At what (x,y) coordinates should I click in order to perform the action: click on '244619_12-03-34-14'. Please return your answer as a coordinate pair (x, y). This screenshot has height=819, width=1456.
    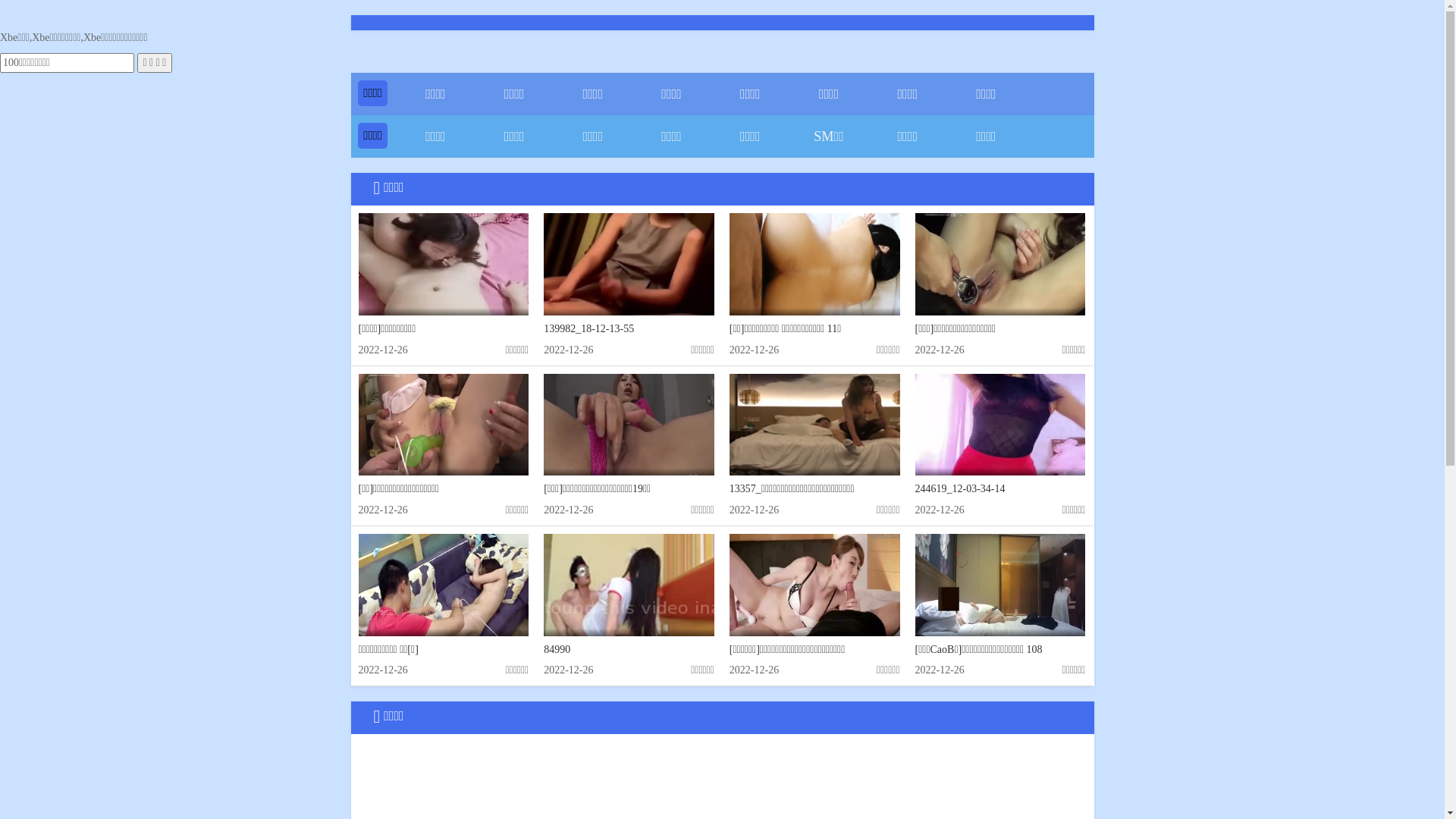
    Looking at the image, I should click on (959, 488).